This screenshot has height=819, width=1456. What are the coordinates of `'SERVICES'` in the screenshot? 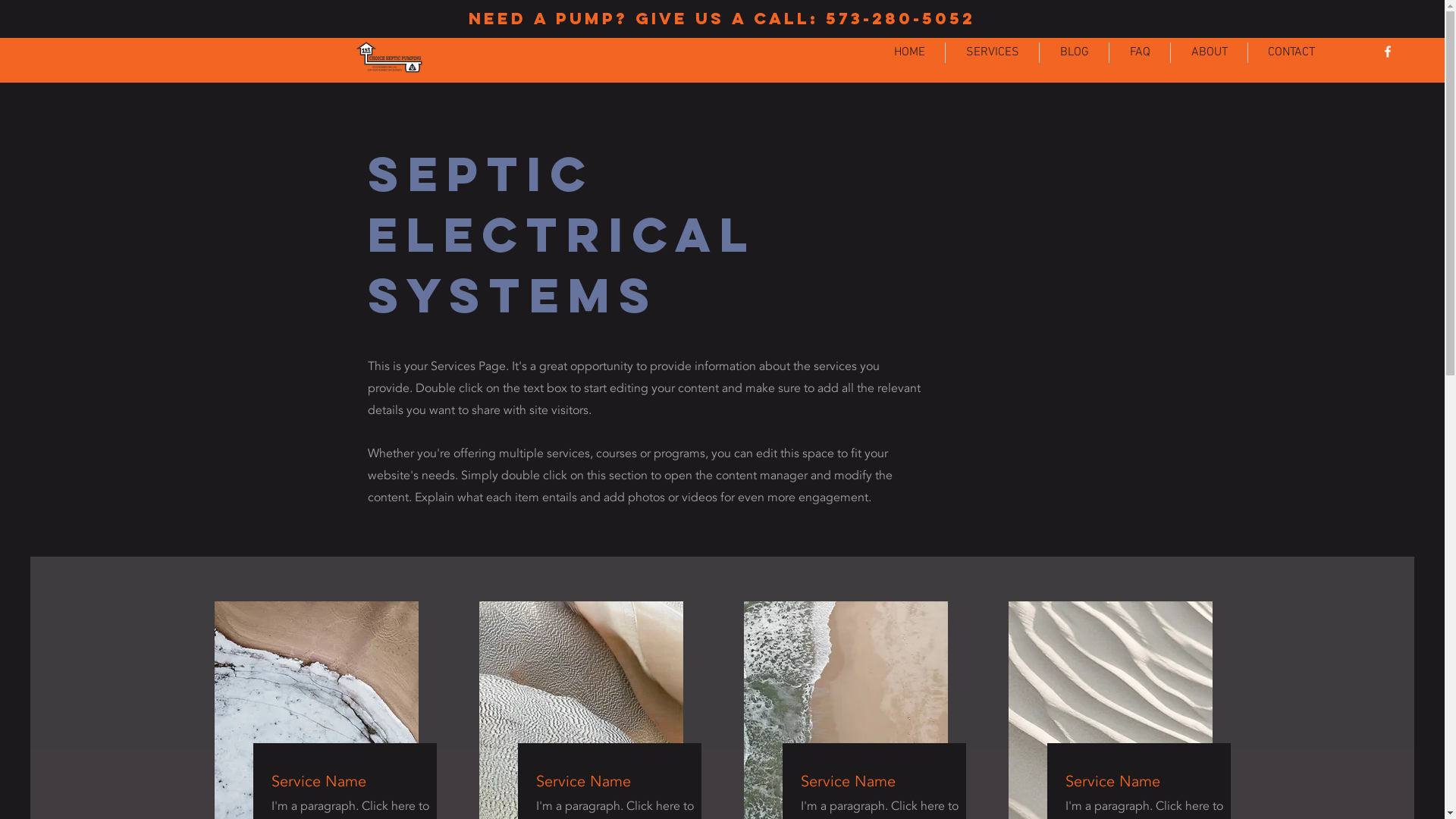 It's located at (992, 52).